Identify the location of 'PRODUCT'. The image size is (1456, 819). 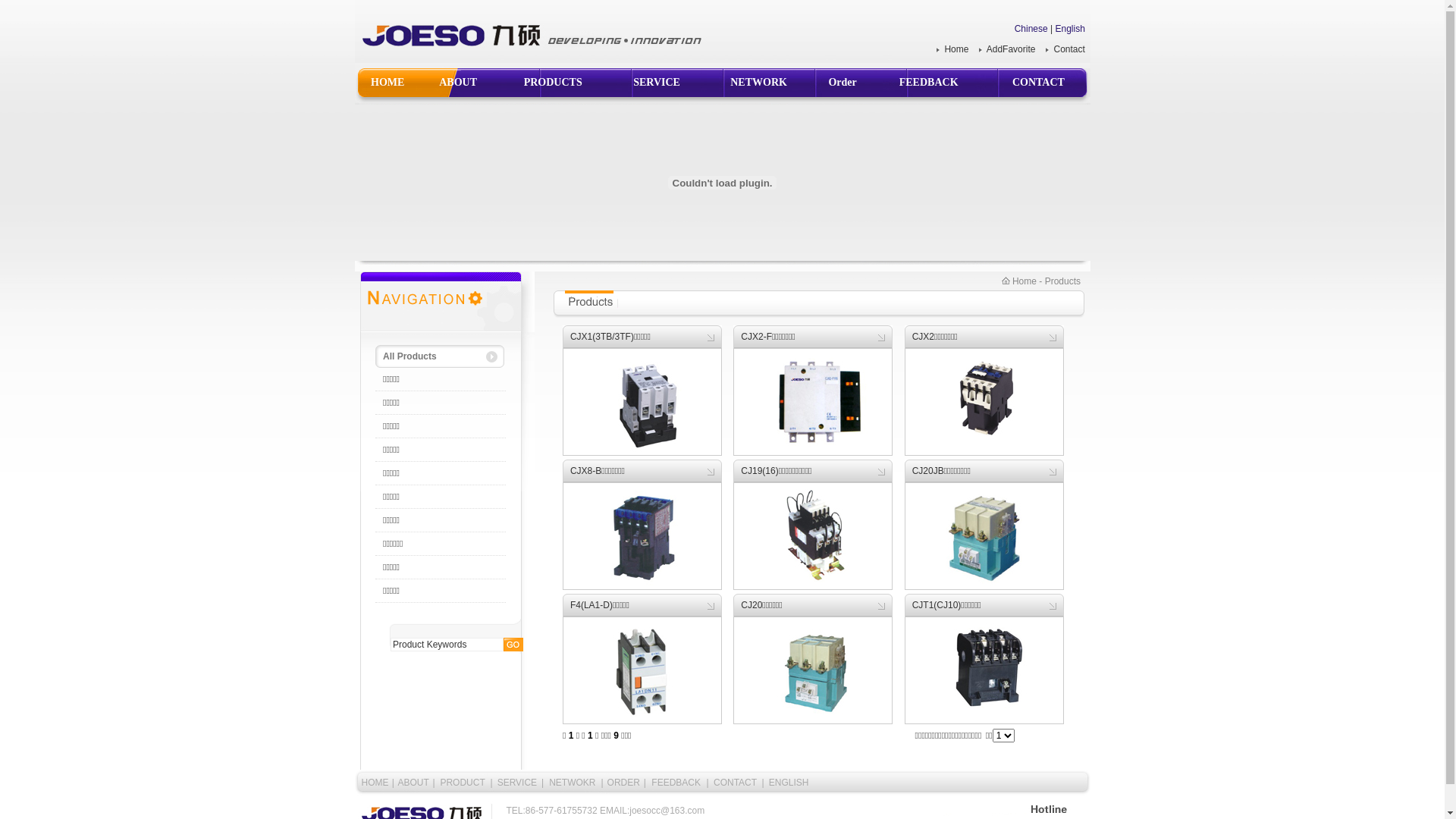
(461, 783).